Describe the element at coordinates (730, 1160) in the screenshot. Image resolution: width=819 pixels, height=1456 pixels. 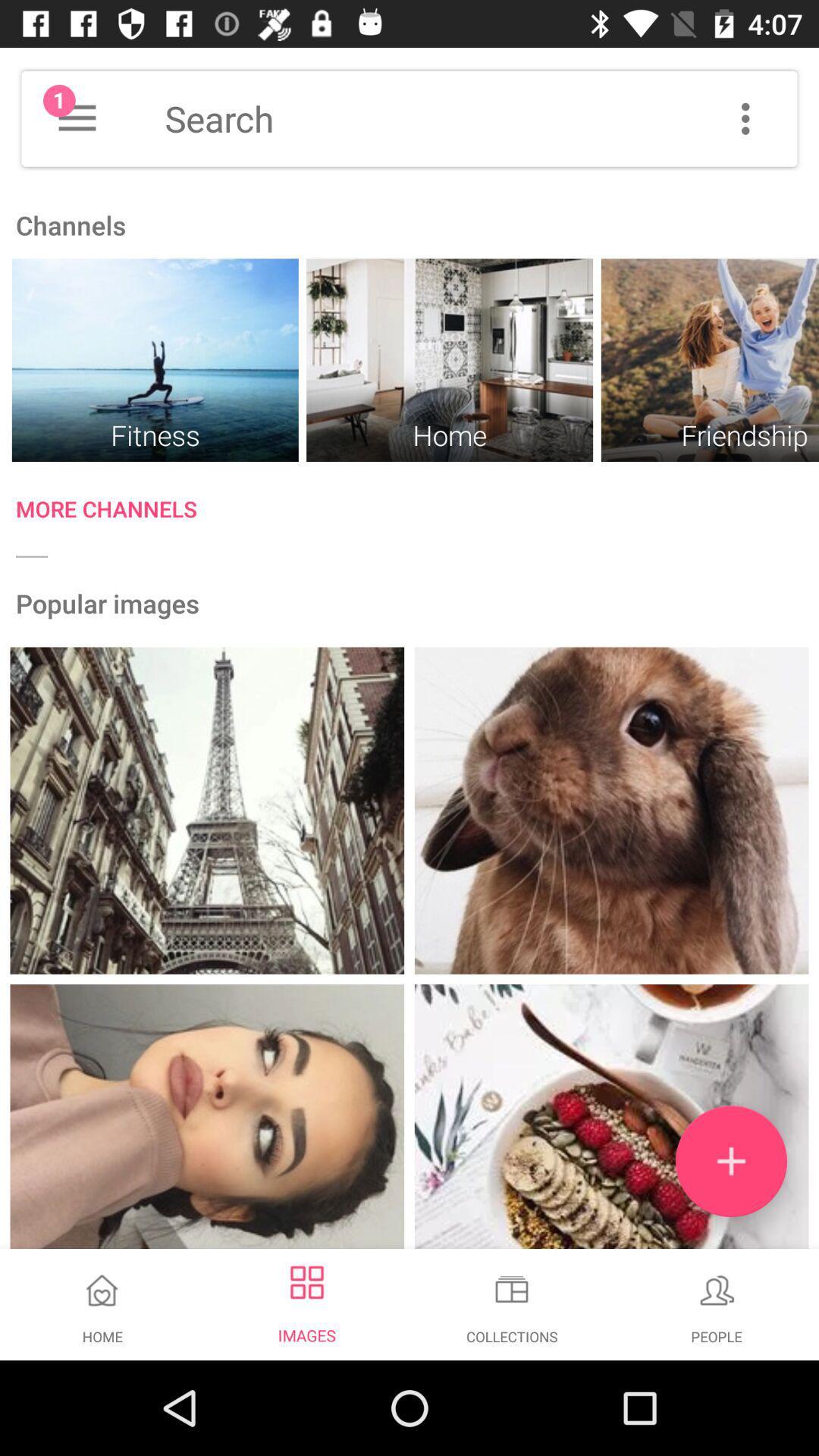
I see `the add icon` at that location.